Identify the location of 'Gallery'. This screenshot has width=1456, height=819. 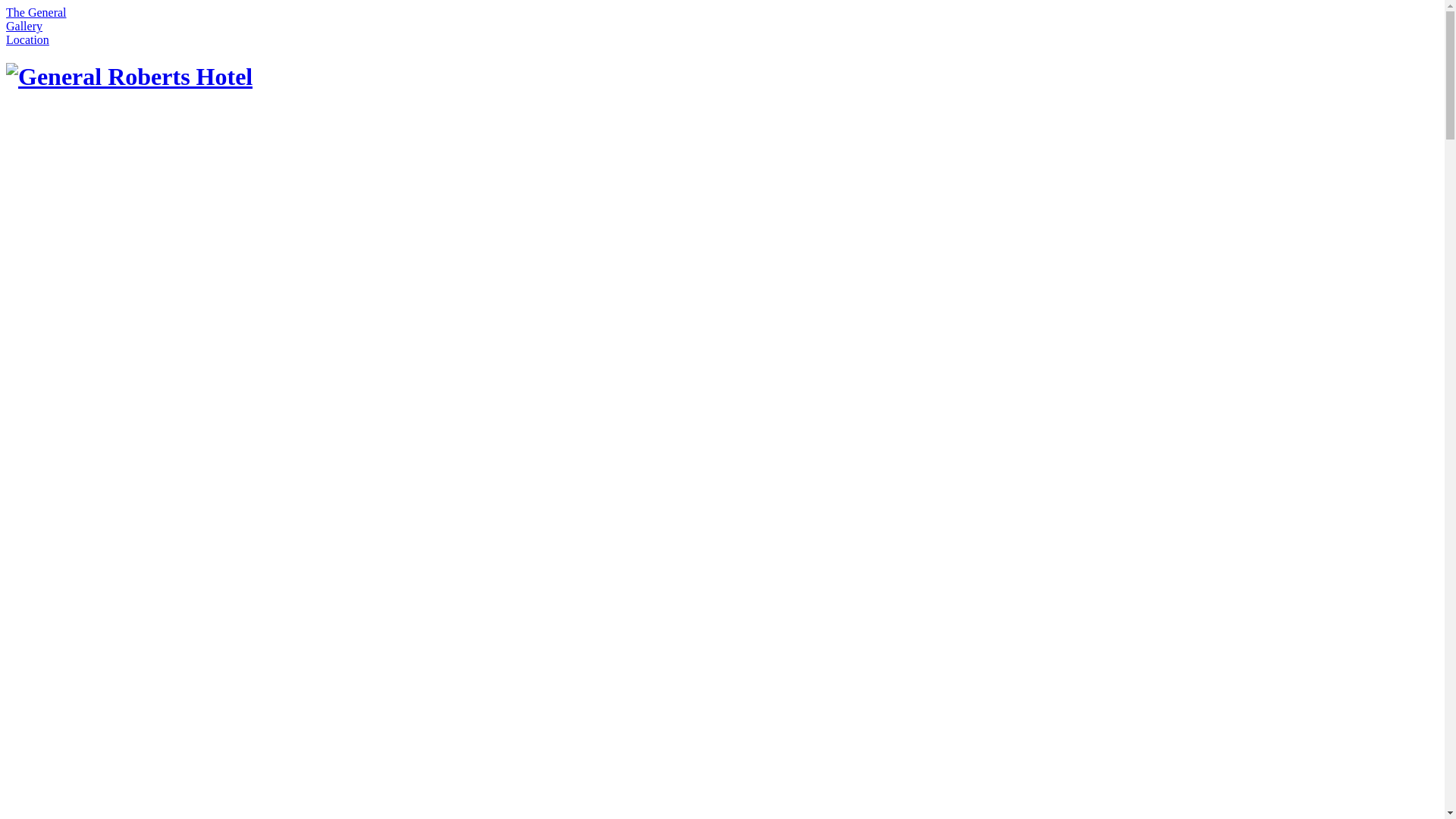
(24, 26).